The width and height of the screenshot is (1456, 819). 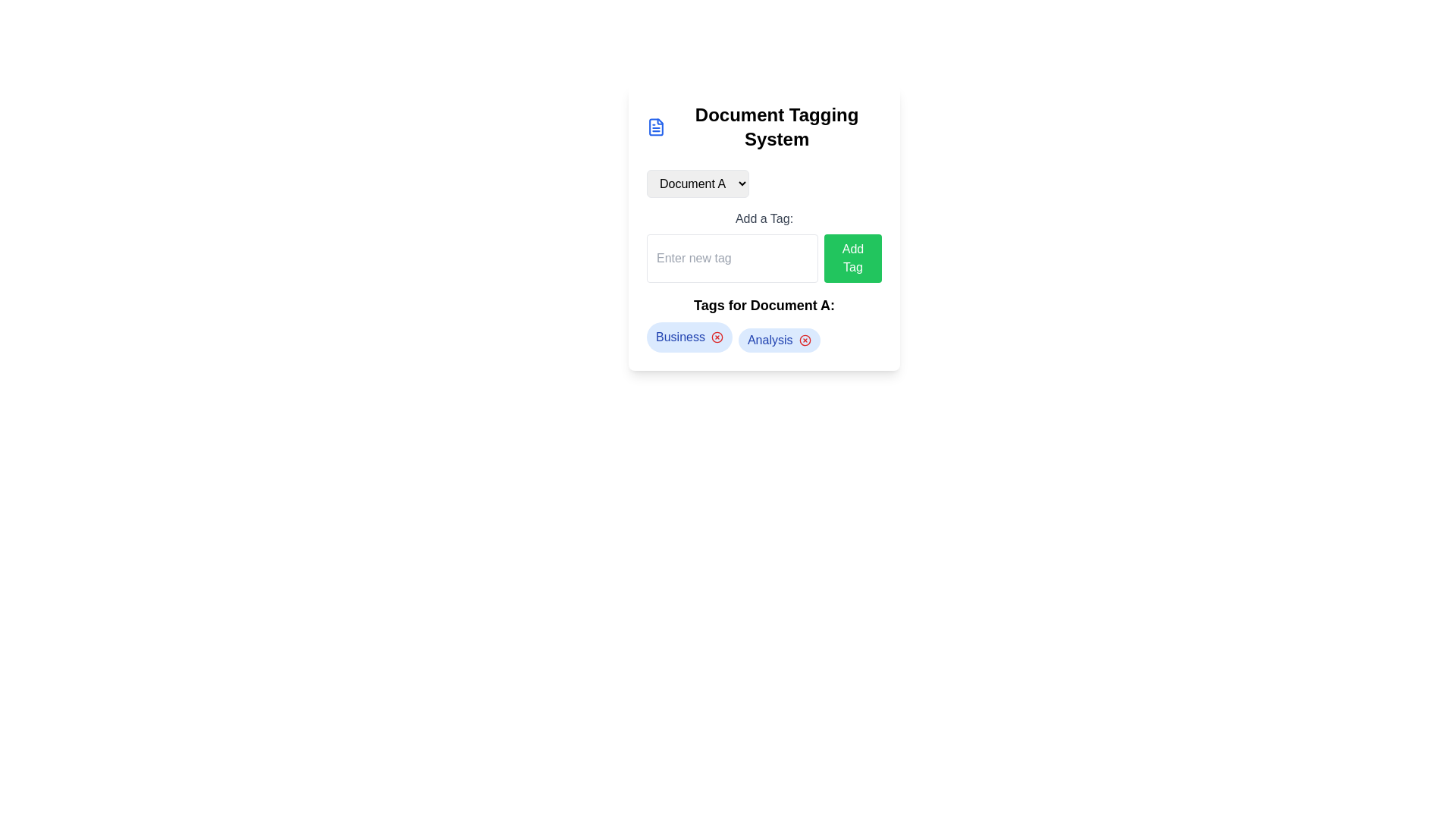 What do you see at coordinates (804, 339) in the screenshot?
I see `the red icon button with a cross inside, located within the 'Analysis' tag` at bounding box center [804, 339].